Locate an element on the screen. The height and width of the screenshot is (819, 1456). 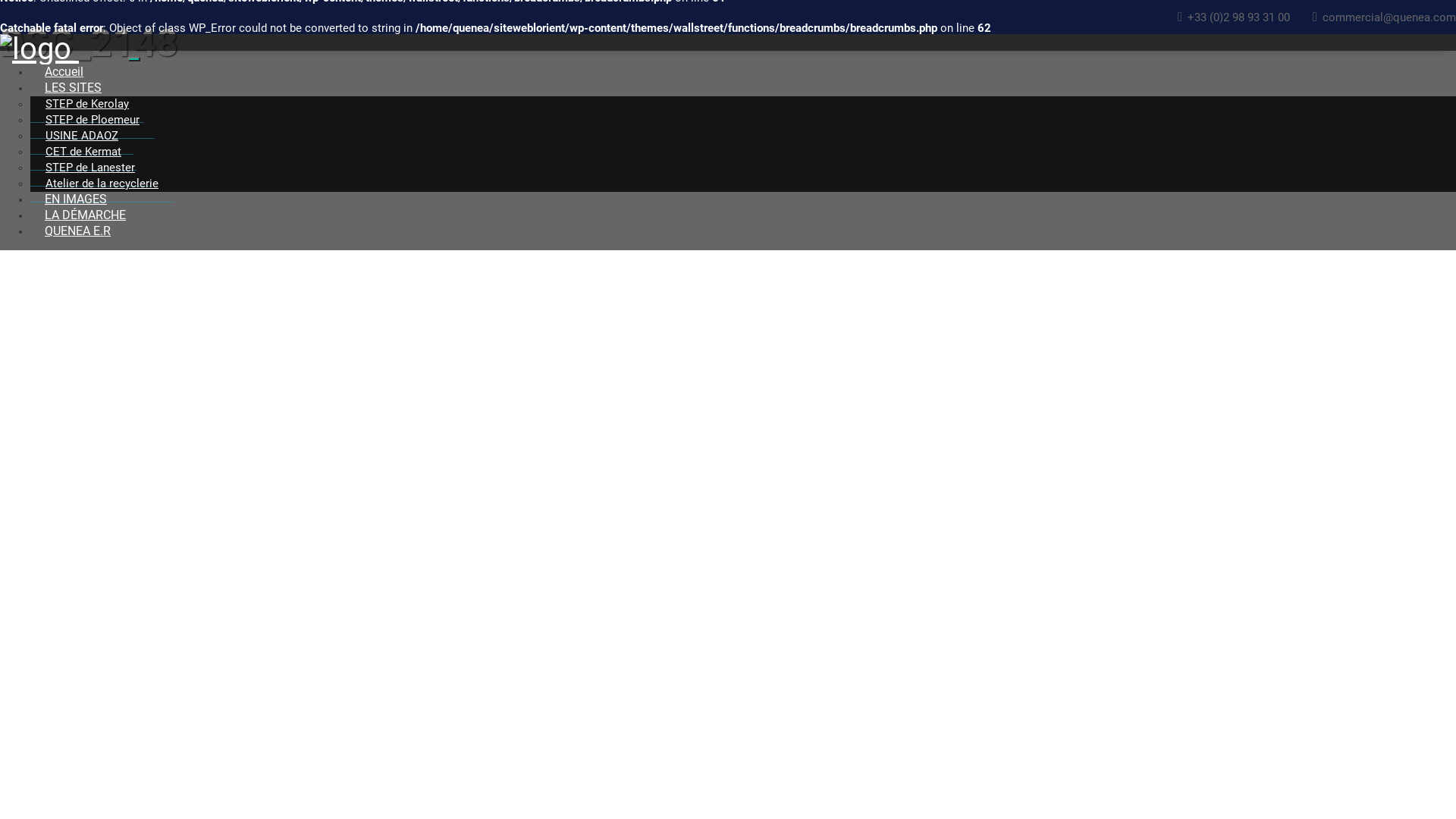
'USINE ADAOZ' is located at coordinates (80, 135).